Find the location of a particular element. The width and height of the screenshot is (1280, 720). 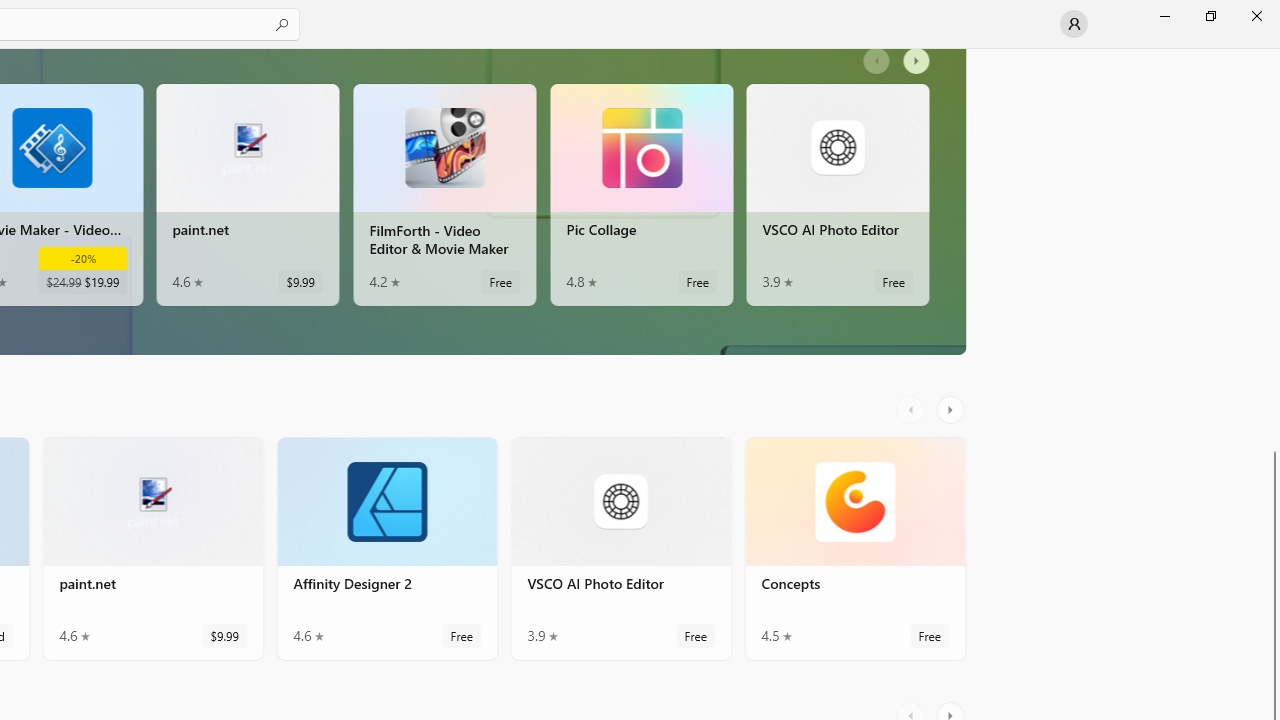

'AutomationID: LeftScrollButton' is located at coordinates (912, 409).